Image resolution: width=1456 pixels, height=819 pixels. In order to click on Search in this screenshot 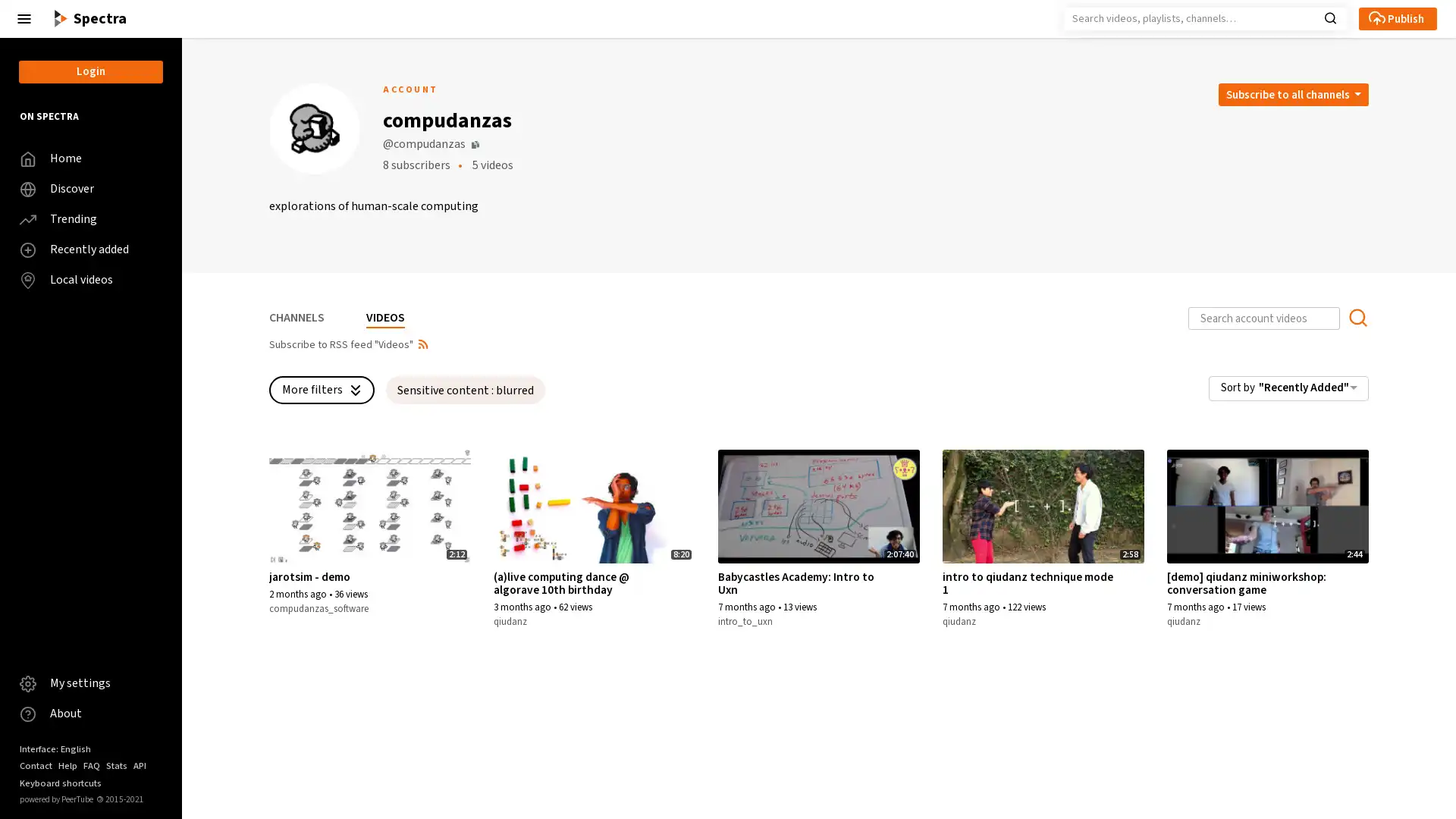, I will do `click(1357, 317)`.